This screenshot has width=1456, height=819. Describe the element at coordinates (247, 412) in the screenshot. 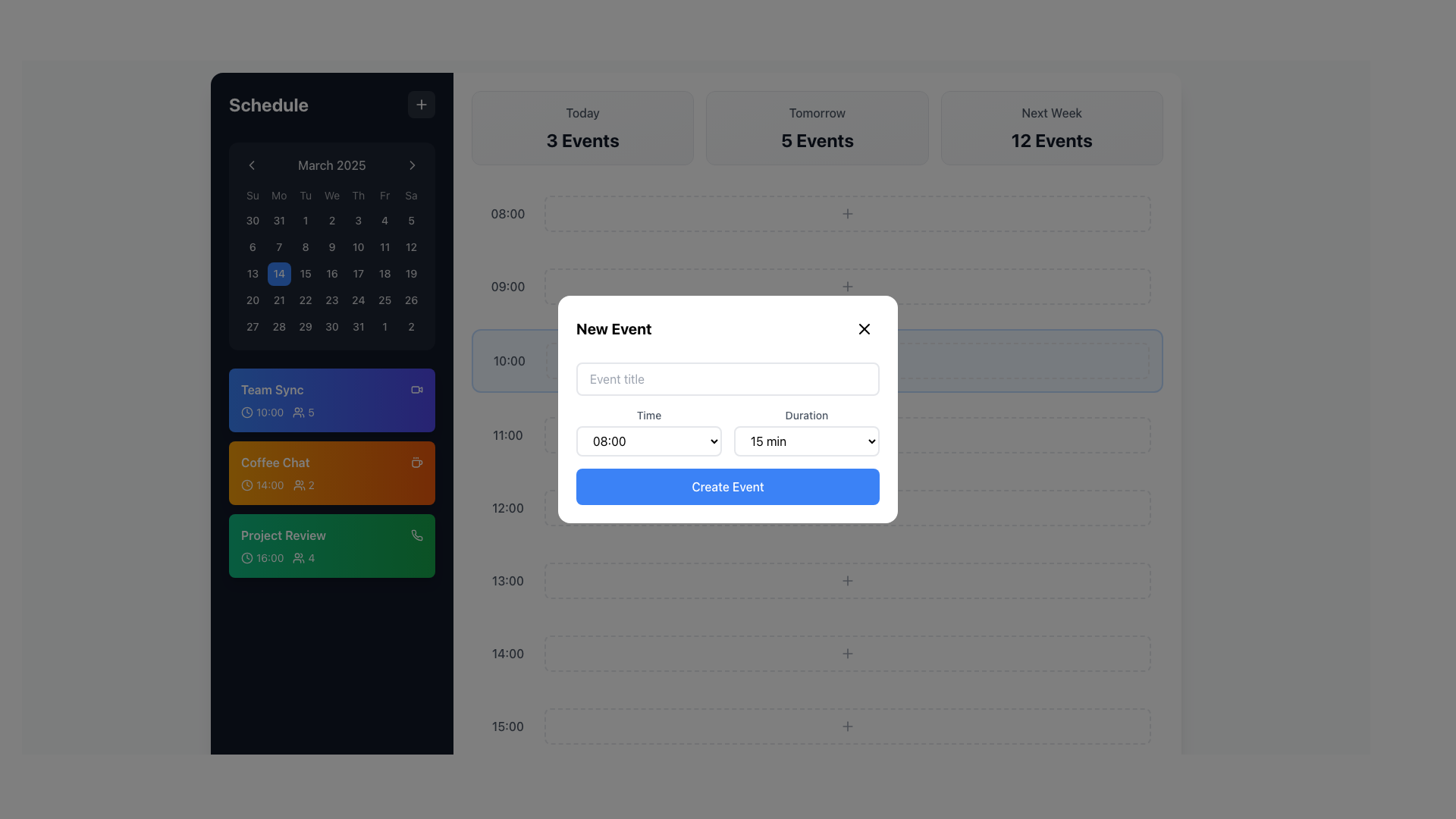

I see `the circular icon representing a clock, located in the sidebar of the UI, just before the time '10:00' in the 'Team Sync' event card` at that location.